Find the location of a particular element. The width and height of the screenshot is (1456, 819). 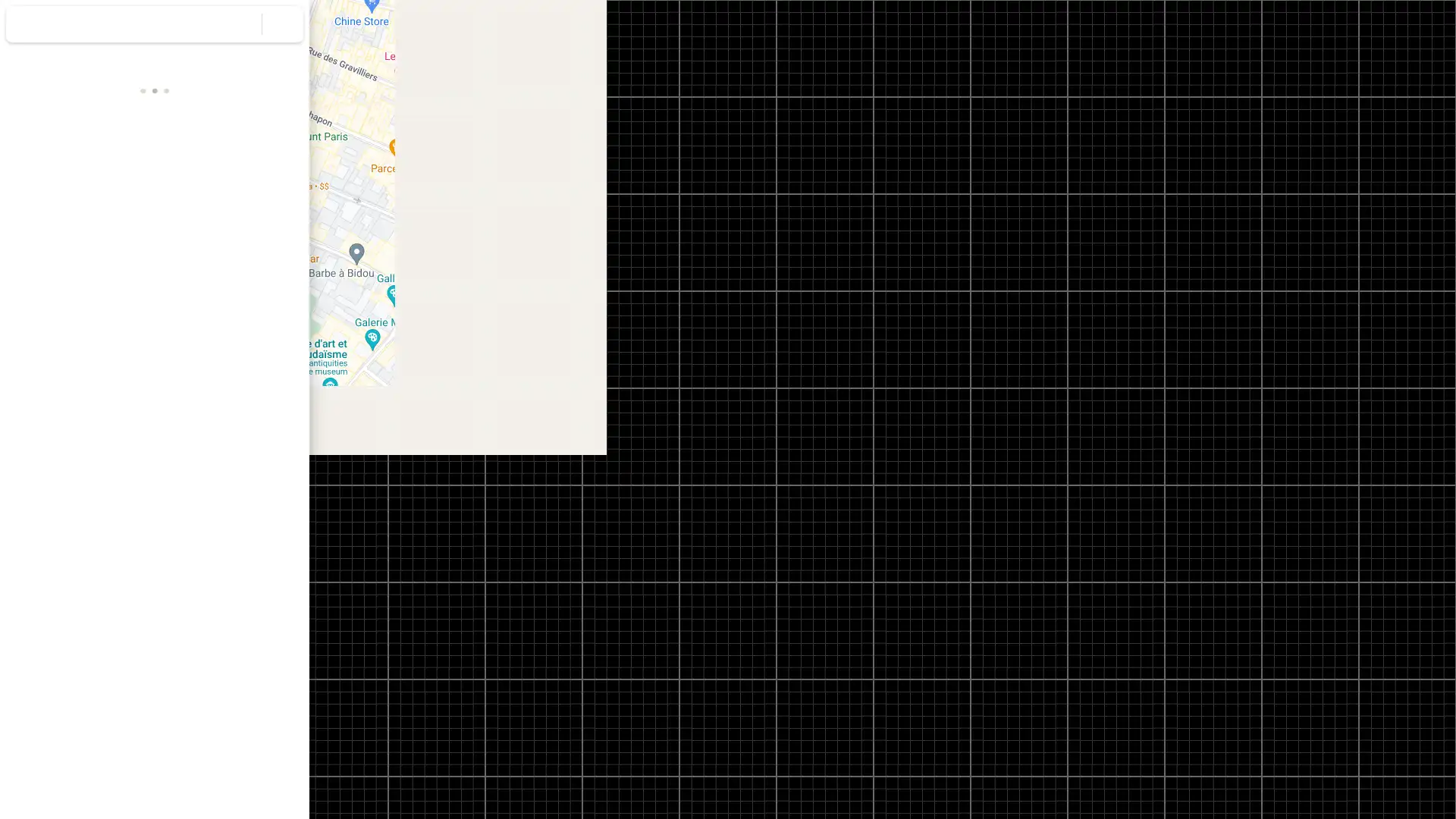

Clear search is located at coordinates (283, 24).